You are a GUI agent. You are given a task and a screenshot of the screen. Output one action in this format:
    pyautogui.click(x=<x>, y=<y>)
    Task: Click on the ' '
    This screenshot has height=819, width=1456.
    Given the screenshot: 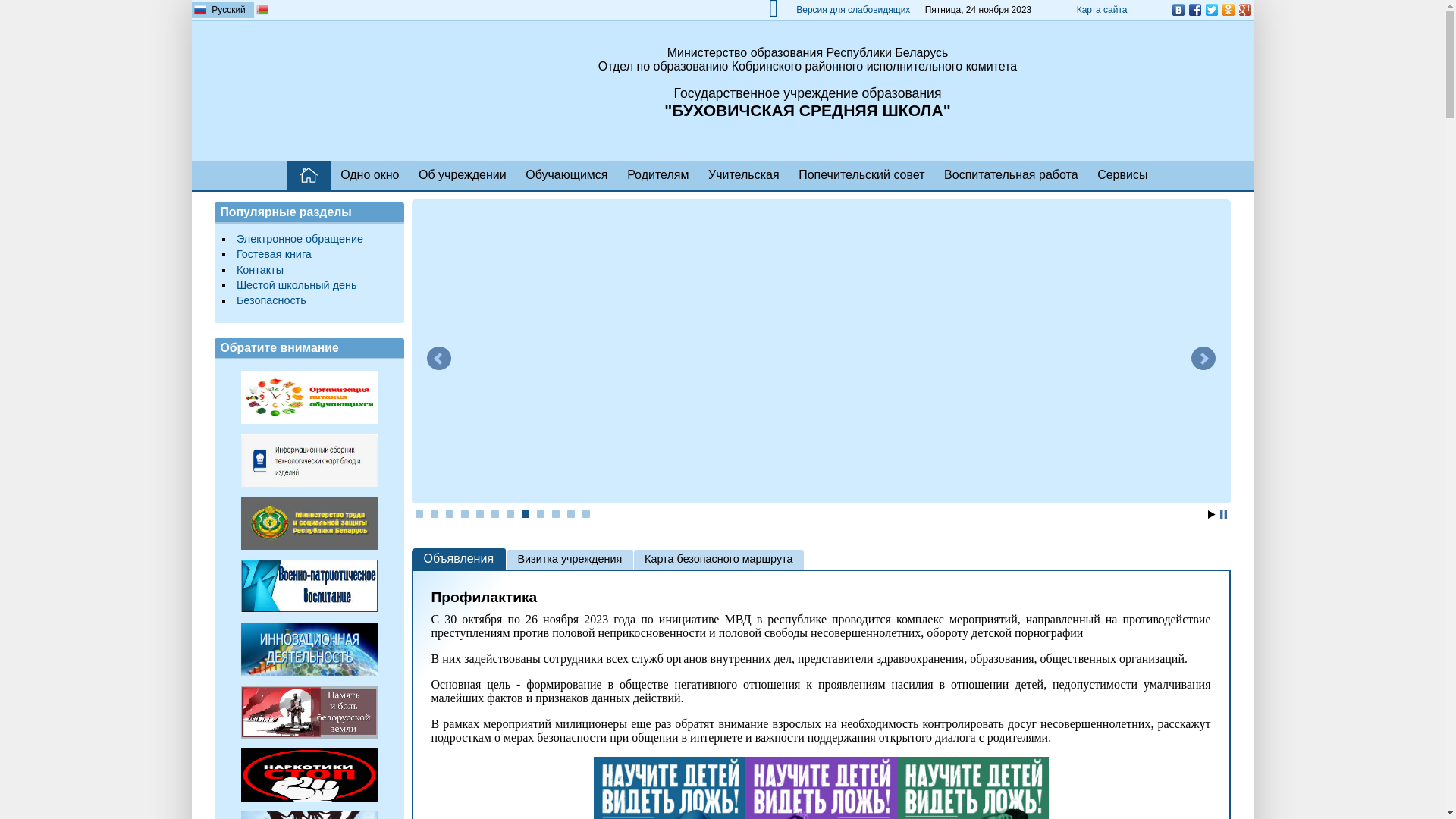 What is the action you would take?
    pyautogui.click(x=287, y=174)
    